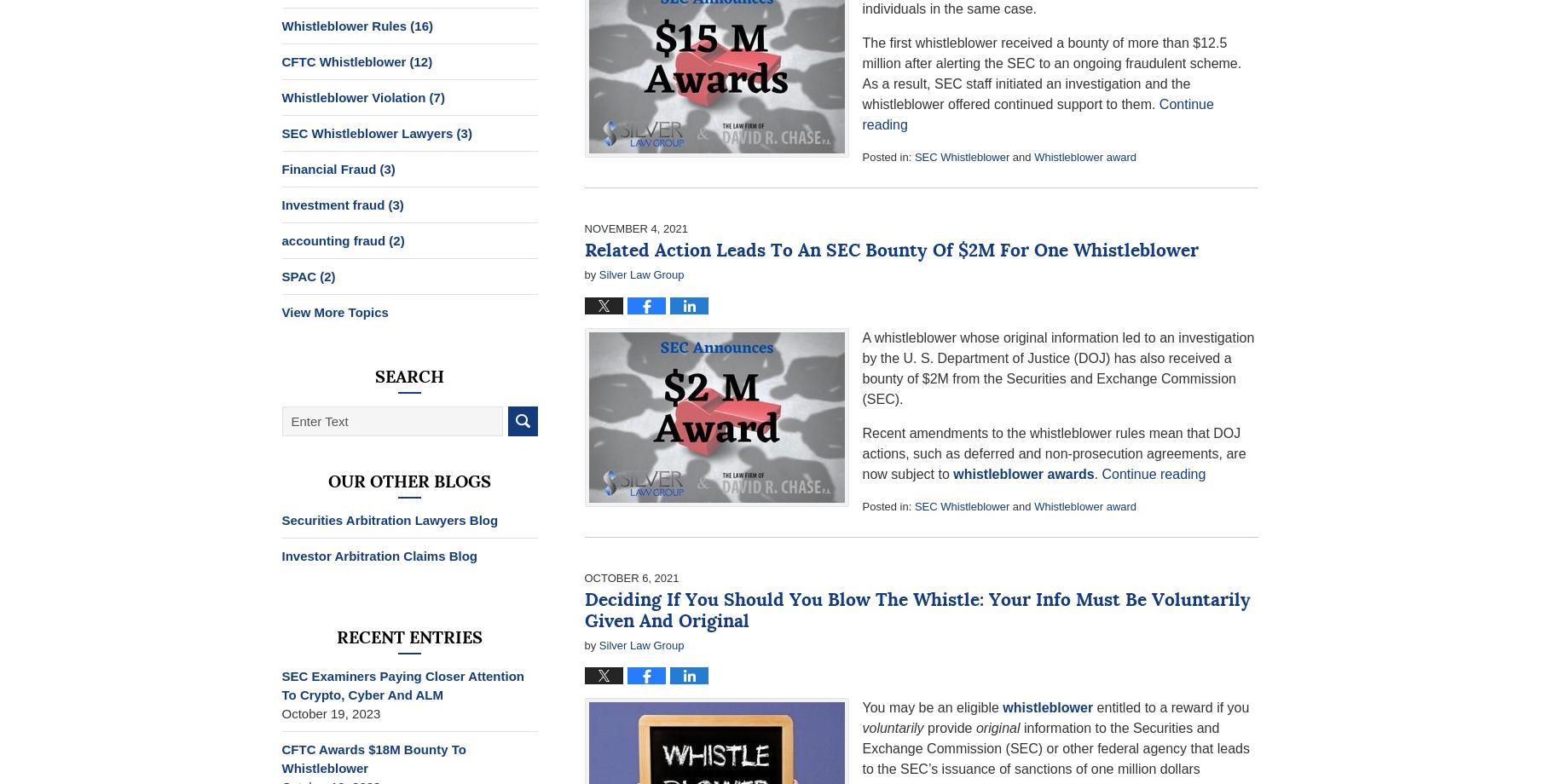 The width and height of the screenshot is (1544, 784). What do you see at coordinates (299, 276) in the screenshot?
I see `'SPAC'` at bounding box center [299, 276].